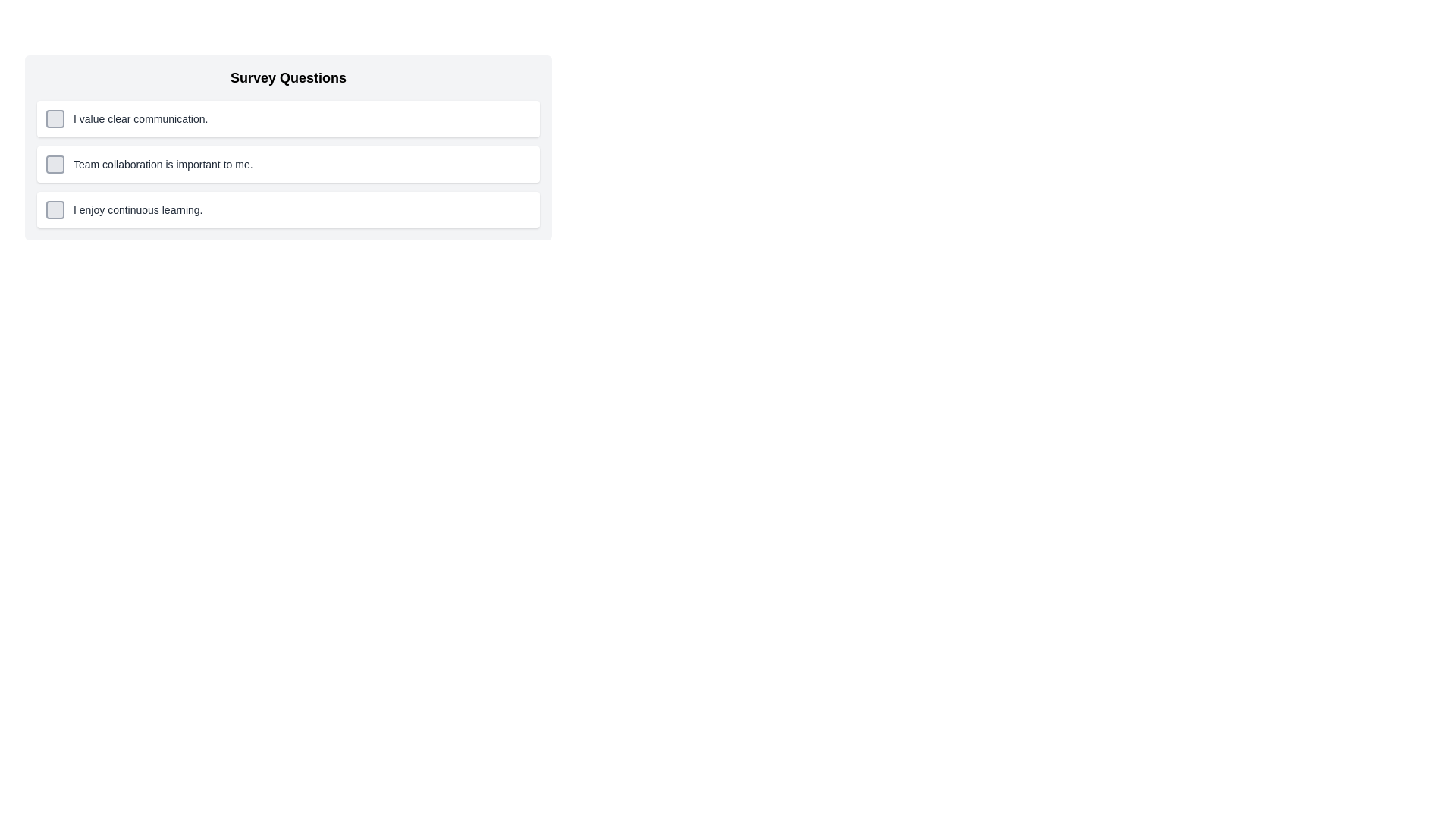  I want to click on the checkbox labeled 'I enjoy continuous learning.', so click(288, 210).